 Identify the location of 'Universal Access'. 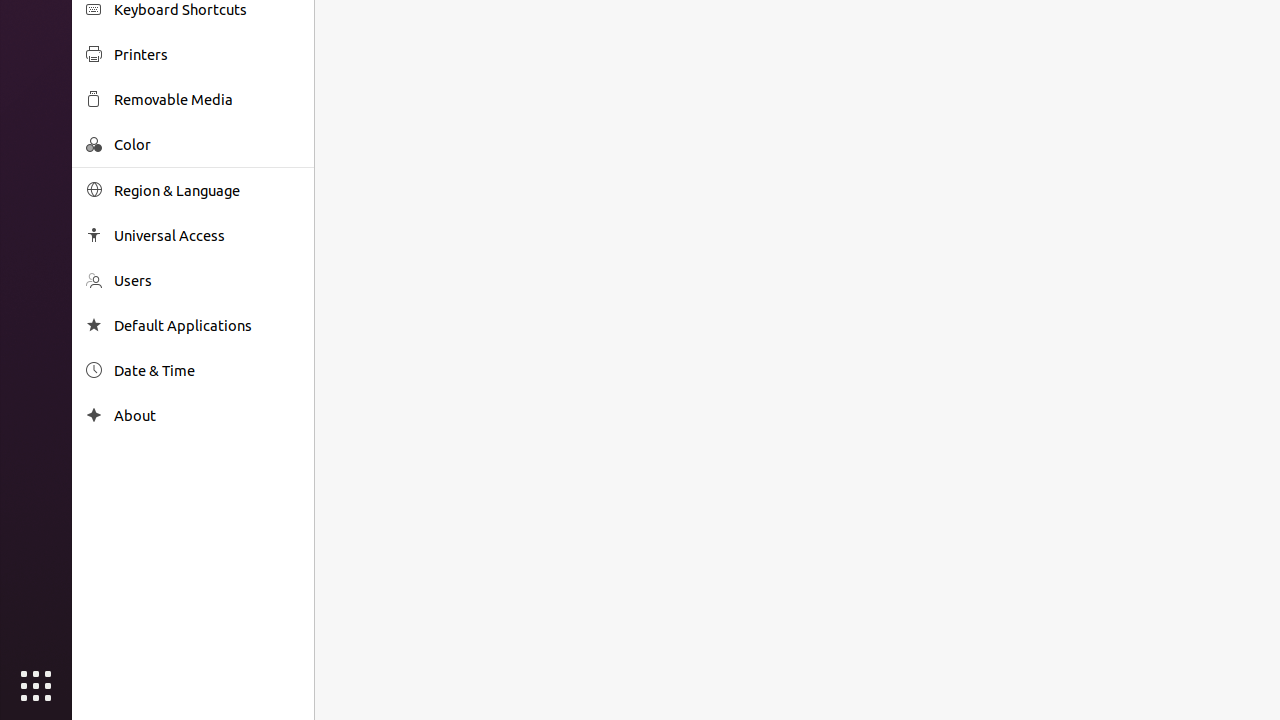
(206, 234).